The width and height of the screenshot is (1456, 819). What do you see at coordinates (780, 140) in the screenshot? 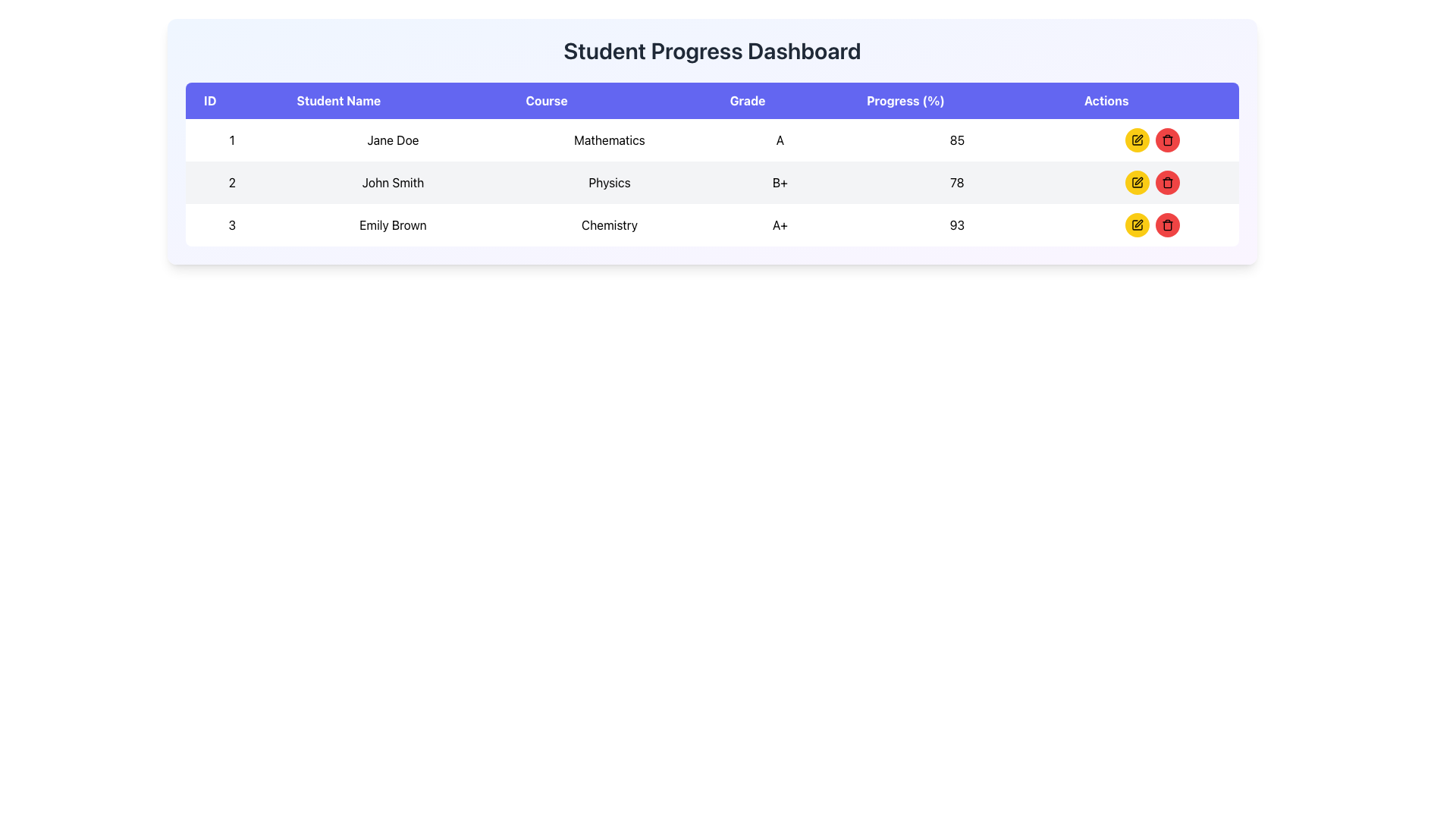
I see `single-character text element displaying the letter 'A' which represents the grade for Jane Doe in the Mathematics course, located under the 'Grade' column in the table` at bounding box center [780, 140].